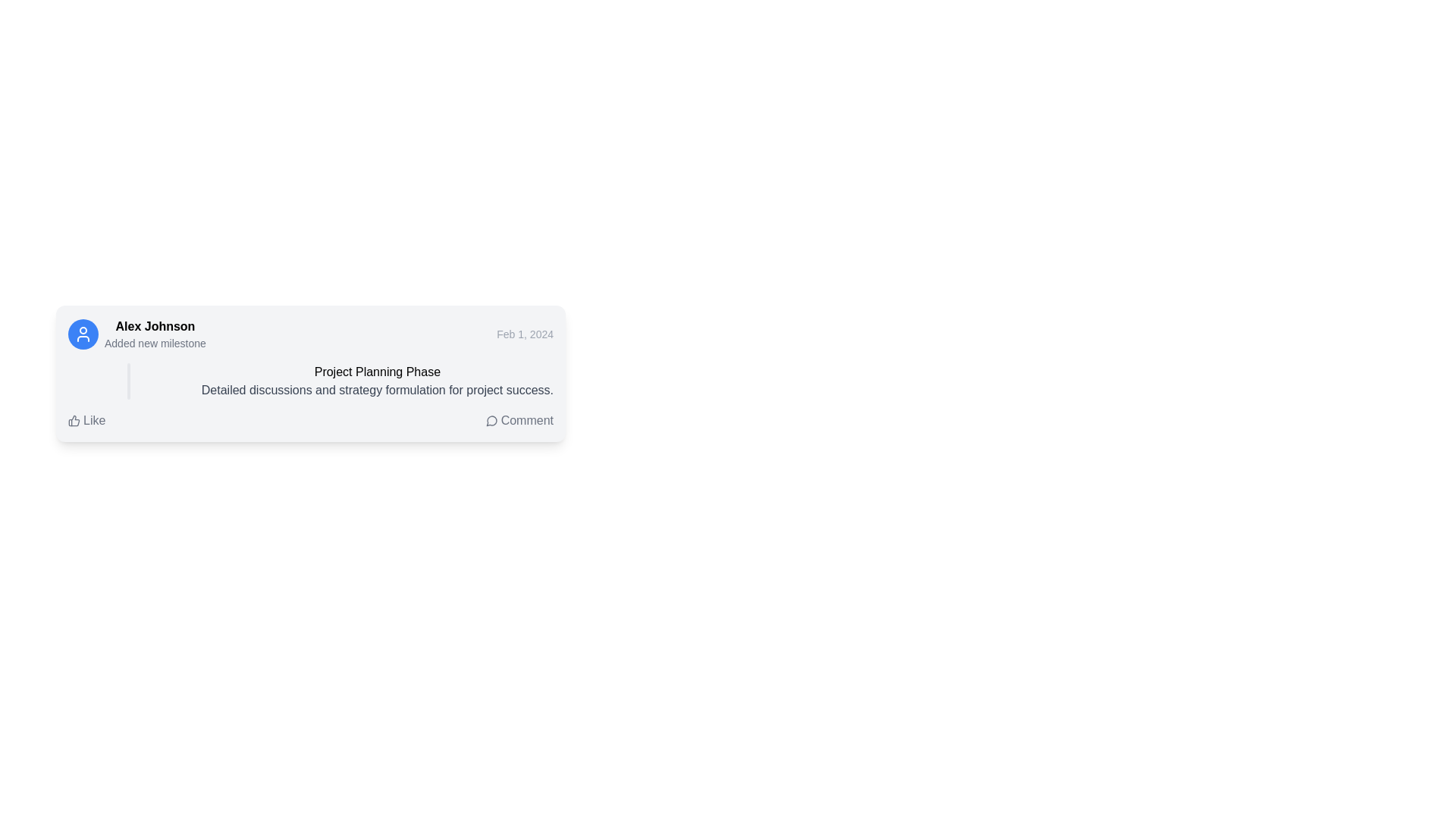 The height and width of the screenshot is (819, 1456). What do you see at coordinates (309, 421) in the screenshot?
I see `the 'Like' button located on the left side of the Interactive button group at the bottom of the card to like the content` at bounding box center [309, 421].